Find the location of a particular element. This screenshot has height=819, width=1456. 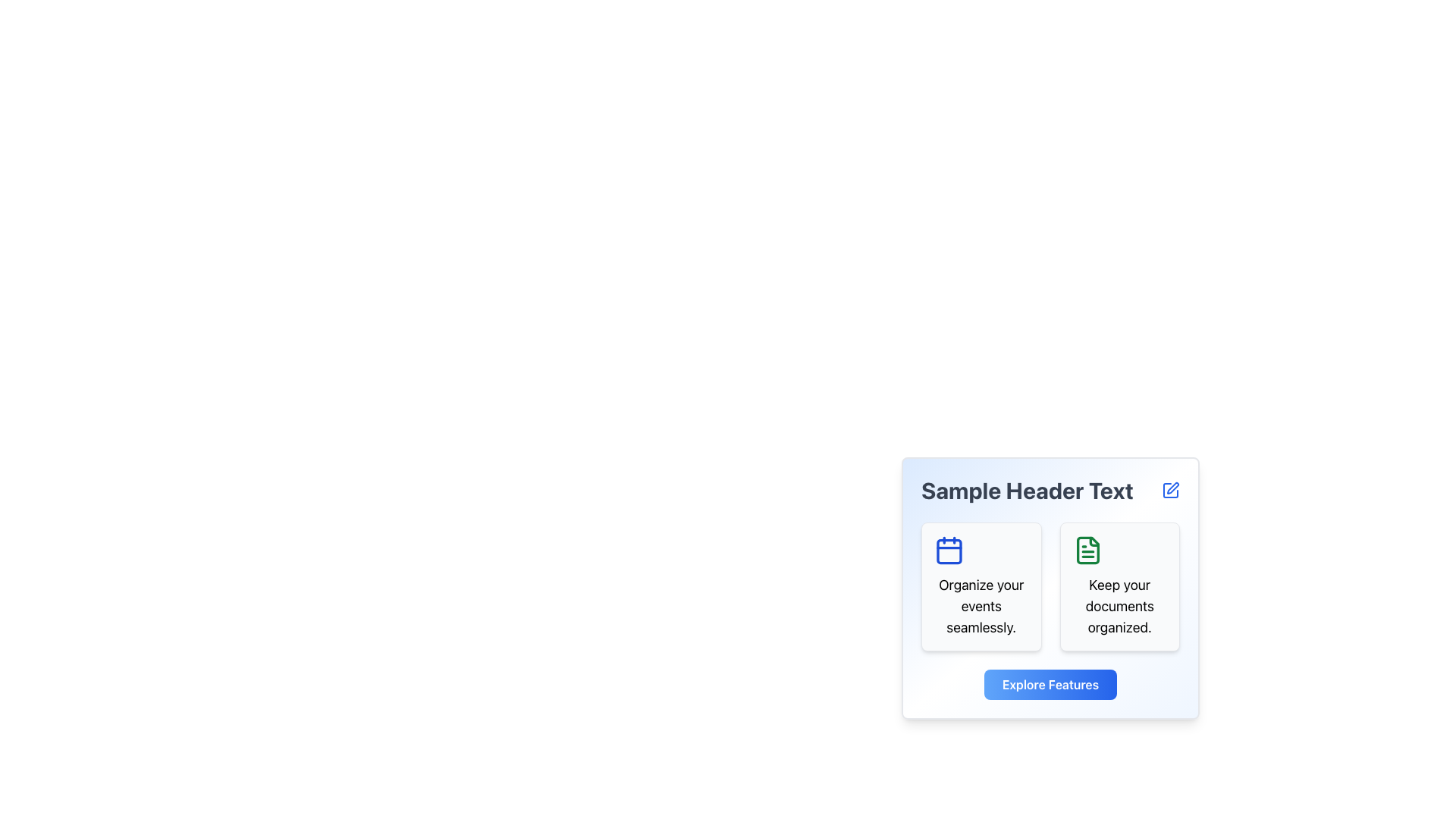

the calendar icon located in the left section of the card below the 'Sample Header Text', adjacent to a document icon and above the text 'Organize your events seamlessly' is located at coordinates (949, 550).